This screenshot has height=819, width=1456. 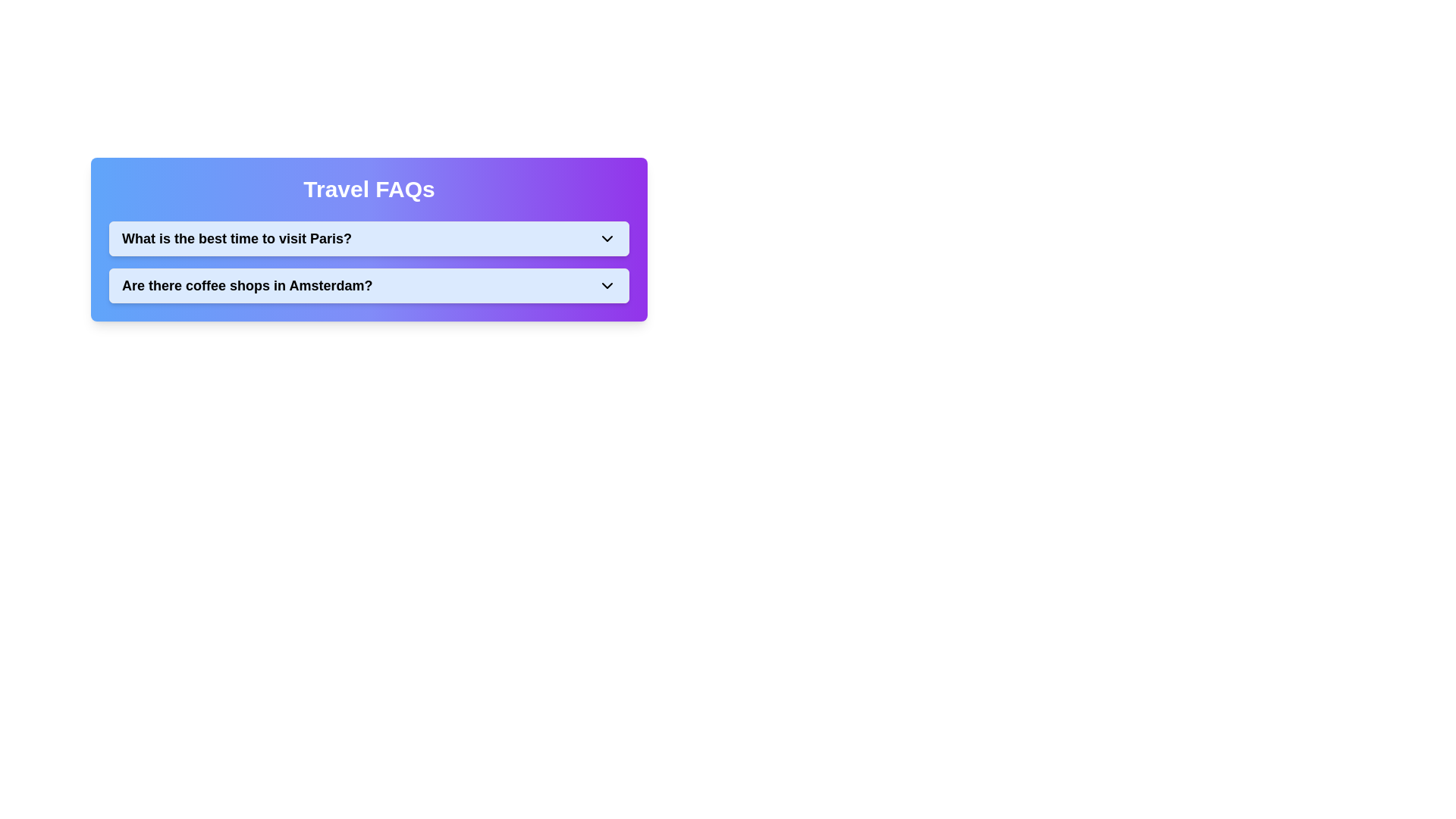 I want to click on the Expandable Item that features a blue background and includes the question 'What is the best time to visit Paris?', so click(x=369, y=262).